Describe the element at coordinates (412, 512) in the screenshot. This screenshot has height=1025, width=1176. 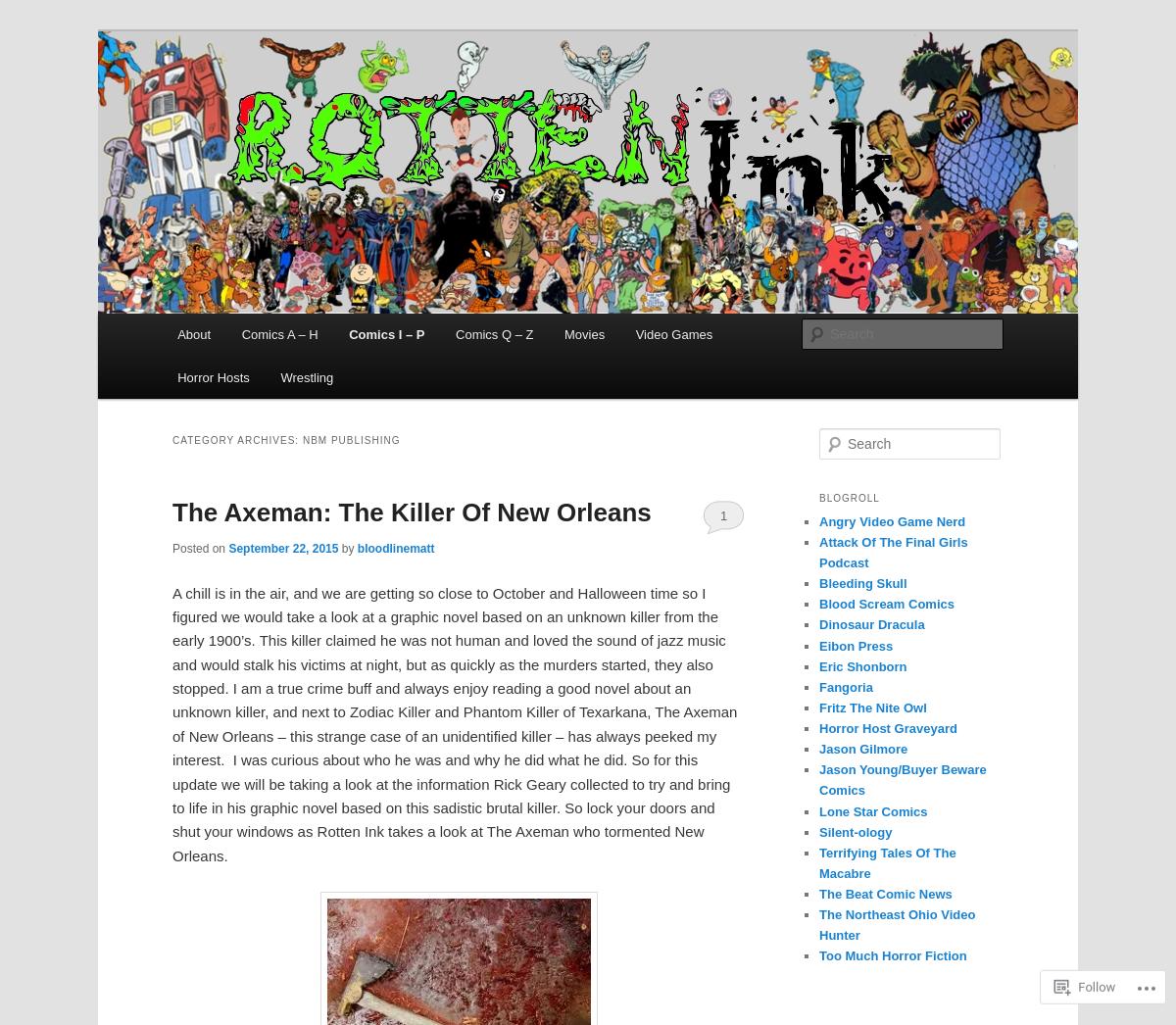
I see `'The Axeman: The Killer Of New Orleans'` at that location.